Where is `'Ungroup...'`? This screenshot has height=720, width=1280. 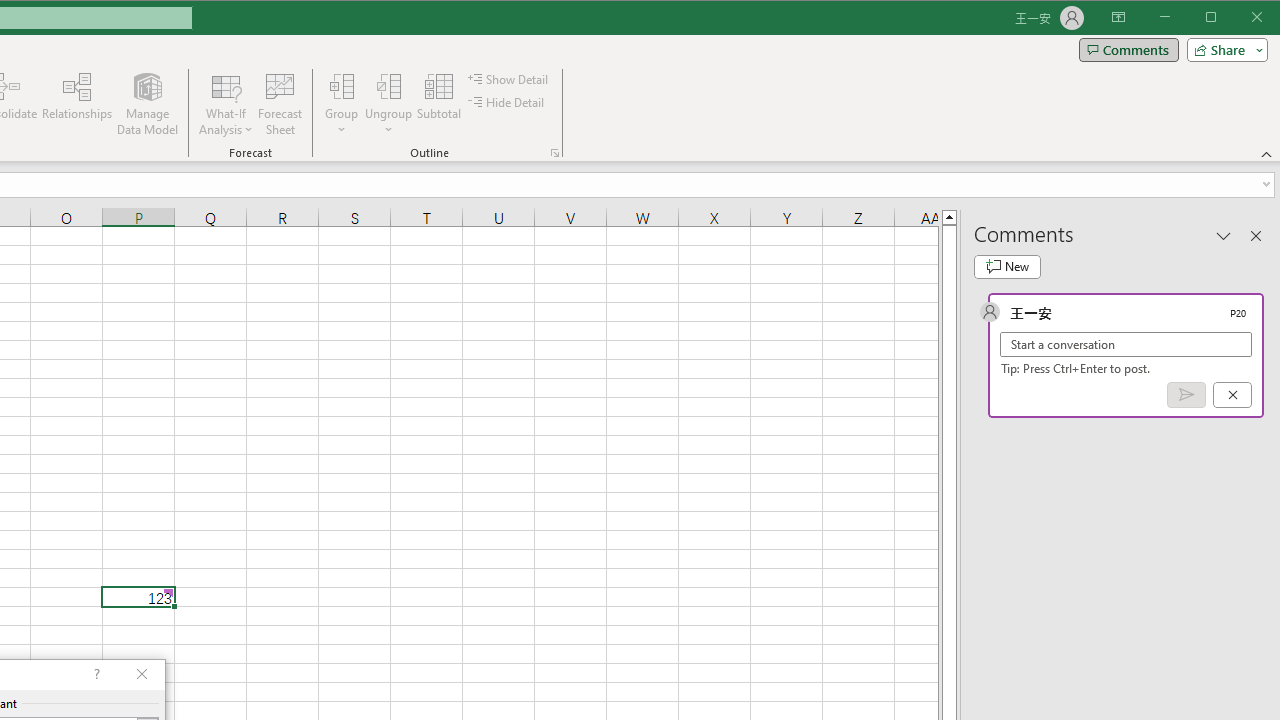 'Ungroup...' is located at coordinates (389, 104).